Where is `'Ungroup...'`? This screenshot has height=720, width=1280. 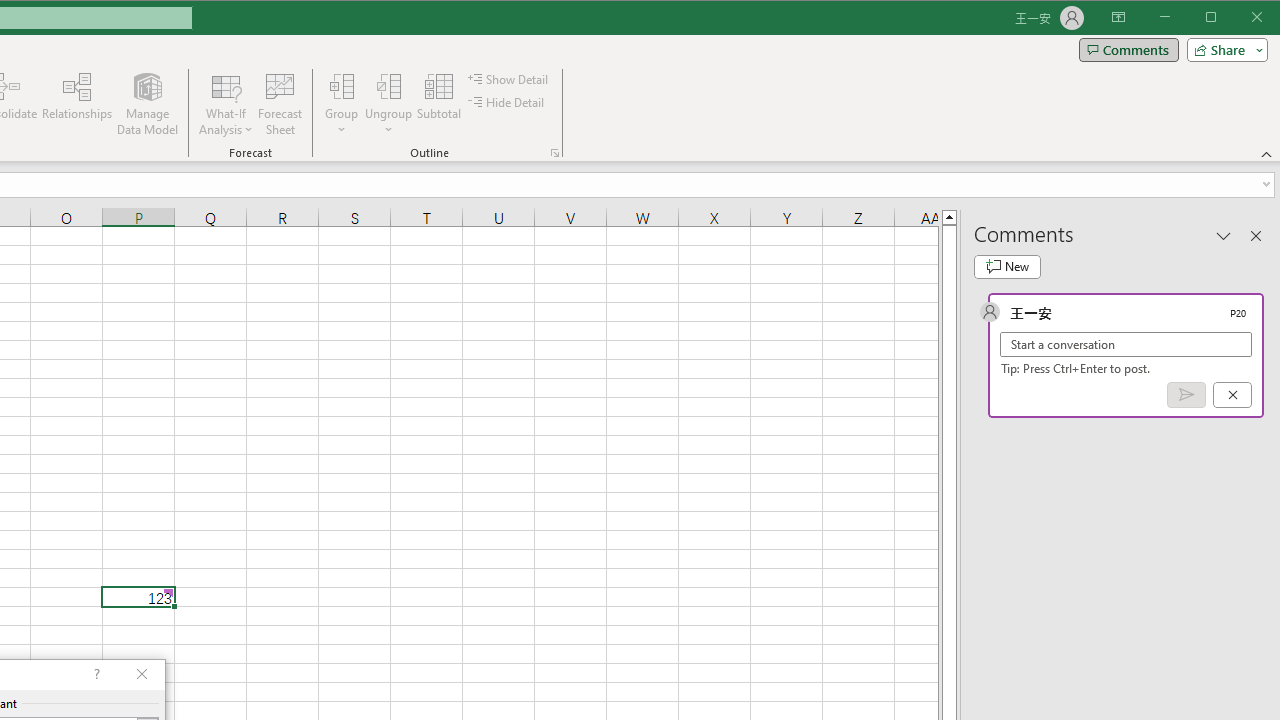 'Ungroup...' is located at coordinates (389, 104).